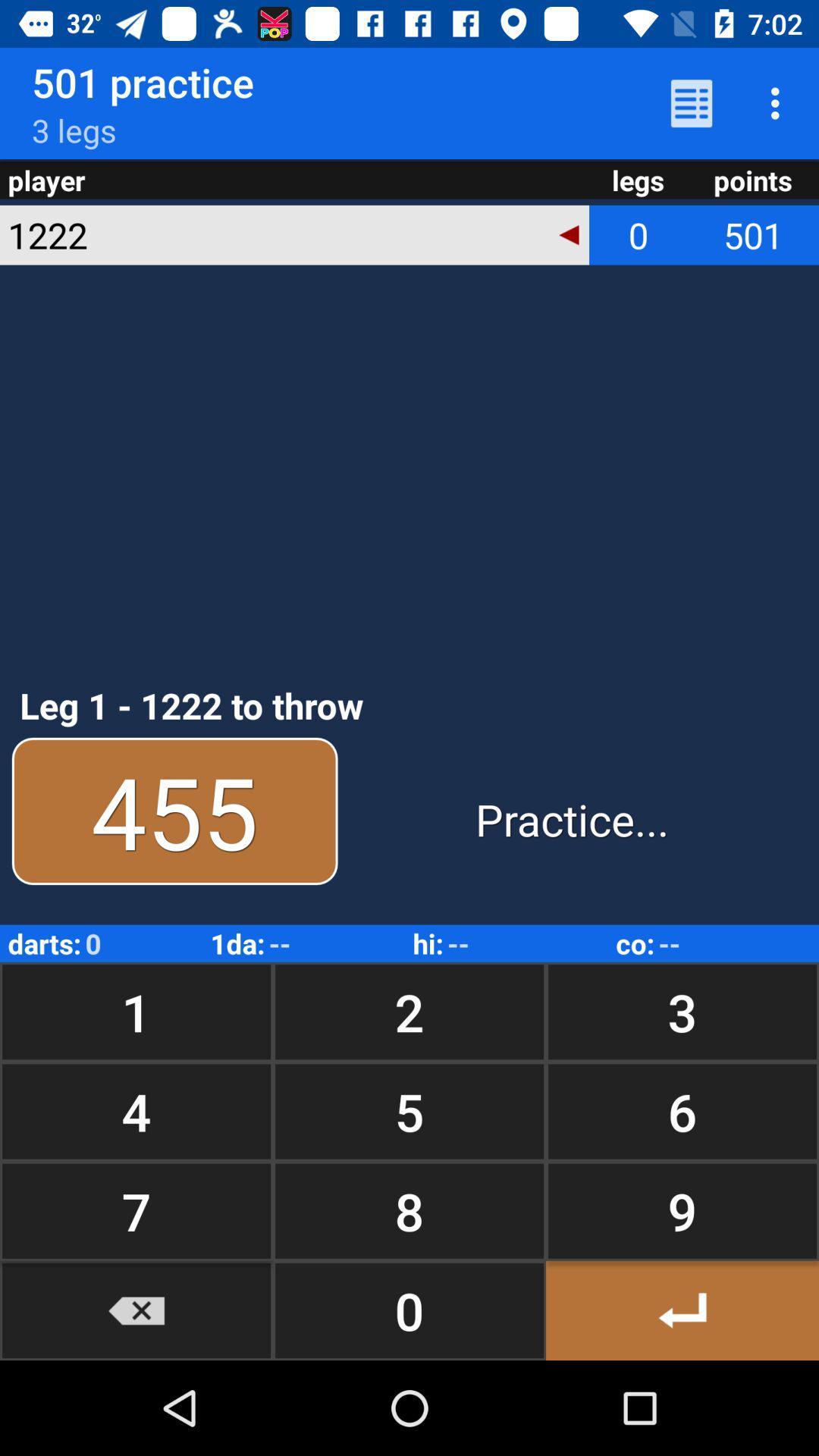  I want to click on button, so click(681, 1310).